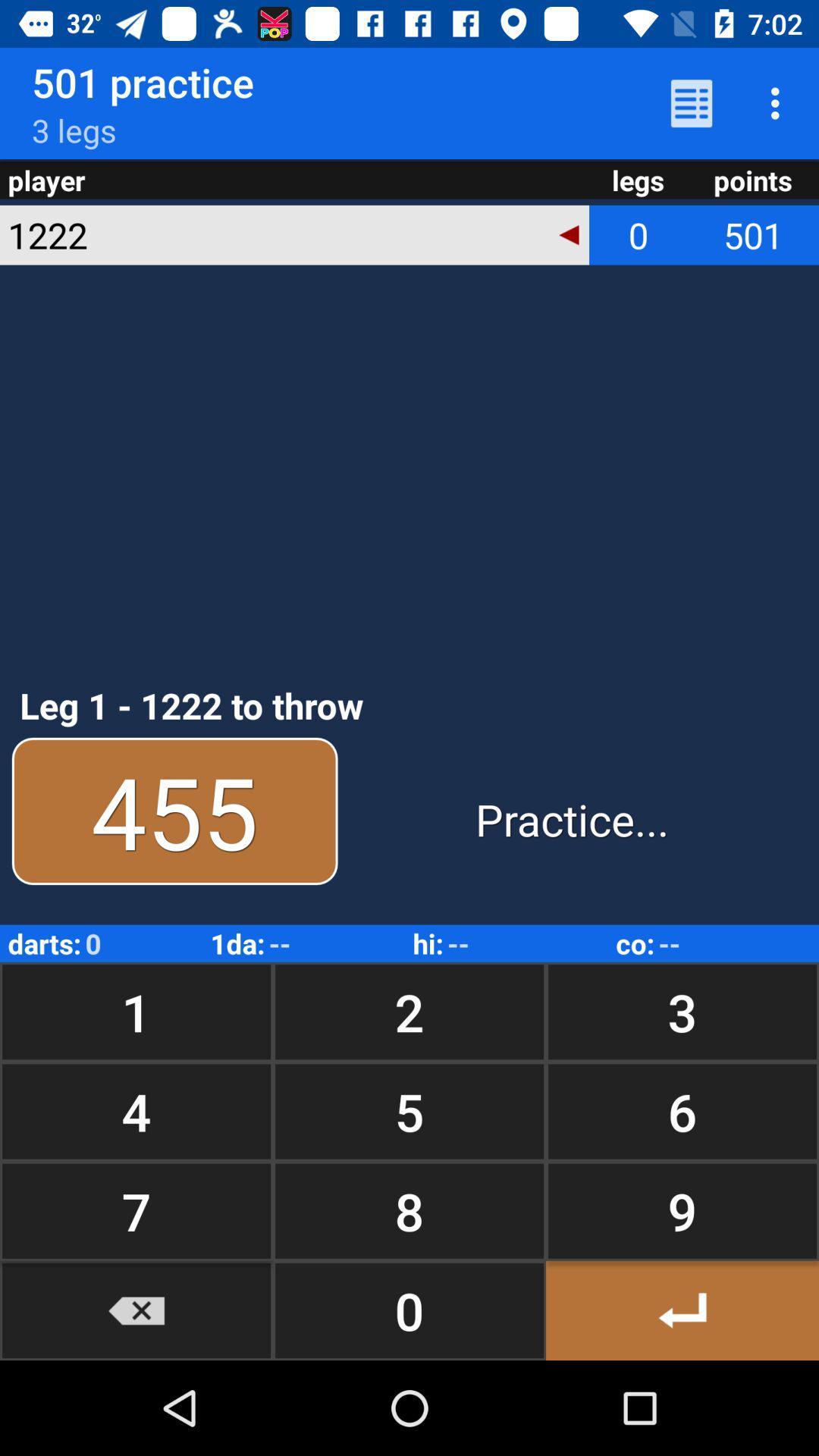  I want to click on button, so click(681, 1310).